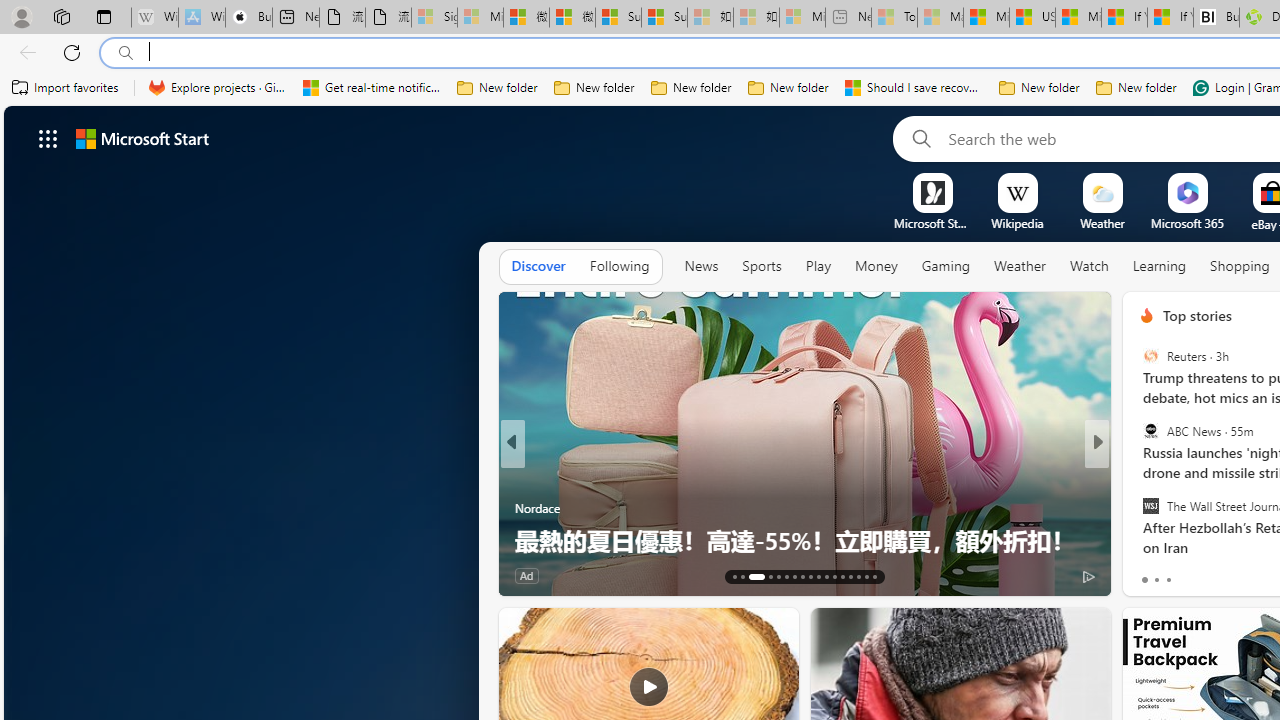  What do you see at coordinates (1088, 265) in the screenshot?
I see `'Watch'` at bounding box center [1088, 265].